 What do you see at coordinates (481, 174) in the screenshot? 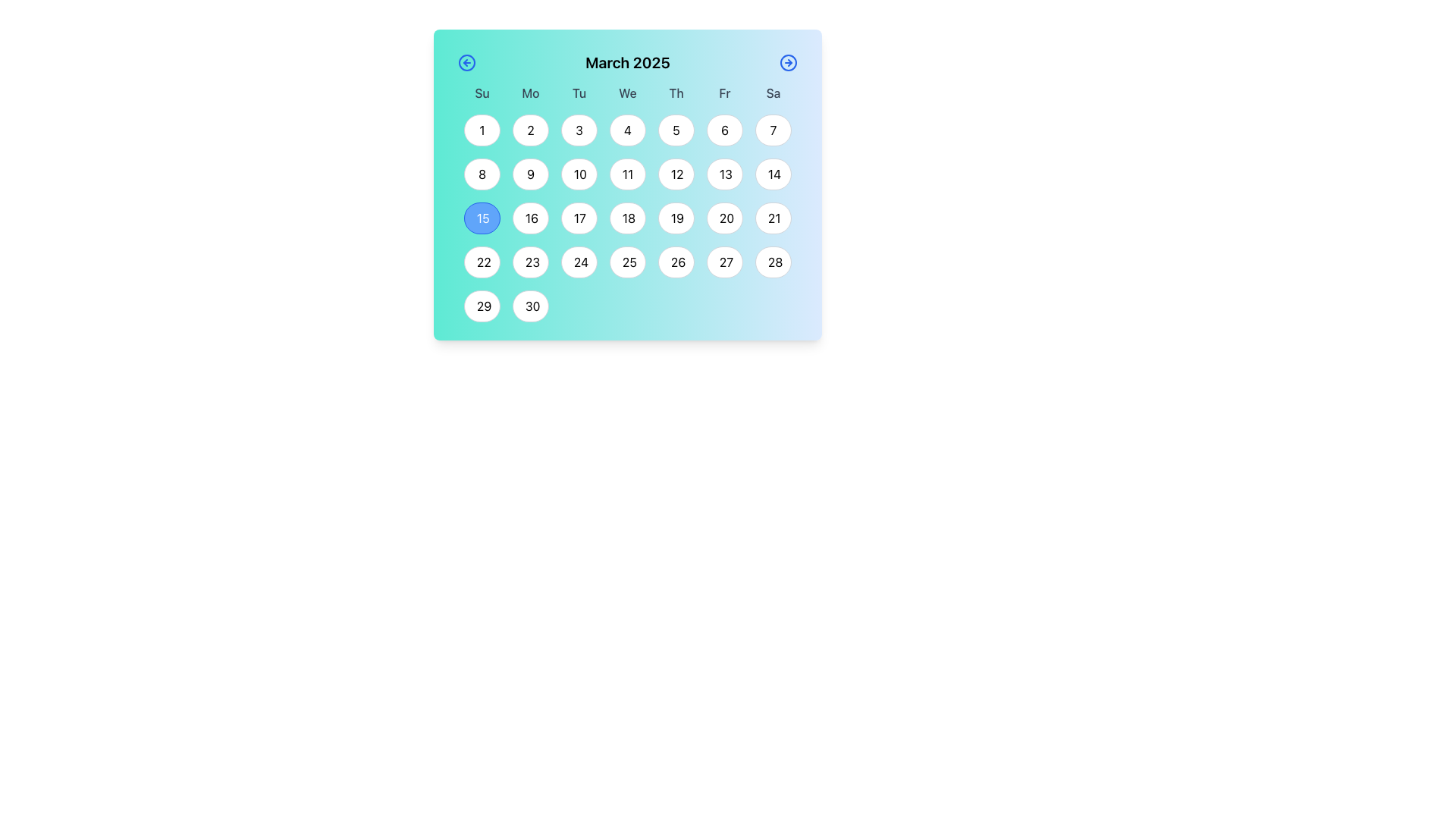
I see `the rounded button displaying the number '8' in the calendar grid located under the 'Su' column heading` at bounding box center [481, 174].